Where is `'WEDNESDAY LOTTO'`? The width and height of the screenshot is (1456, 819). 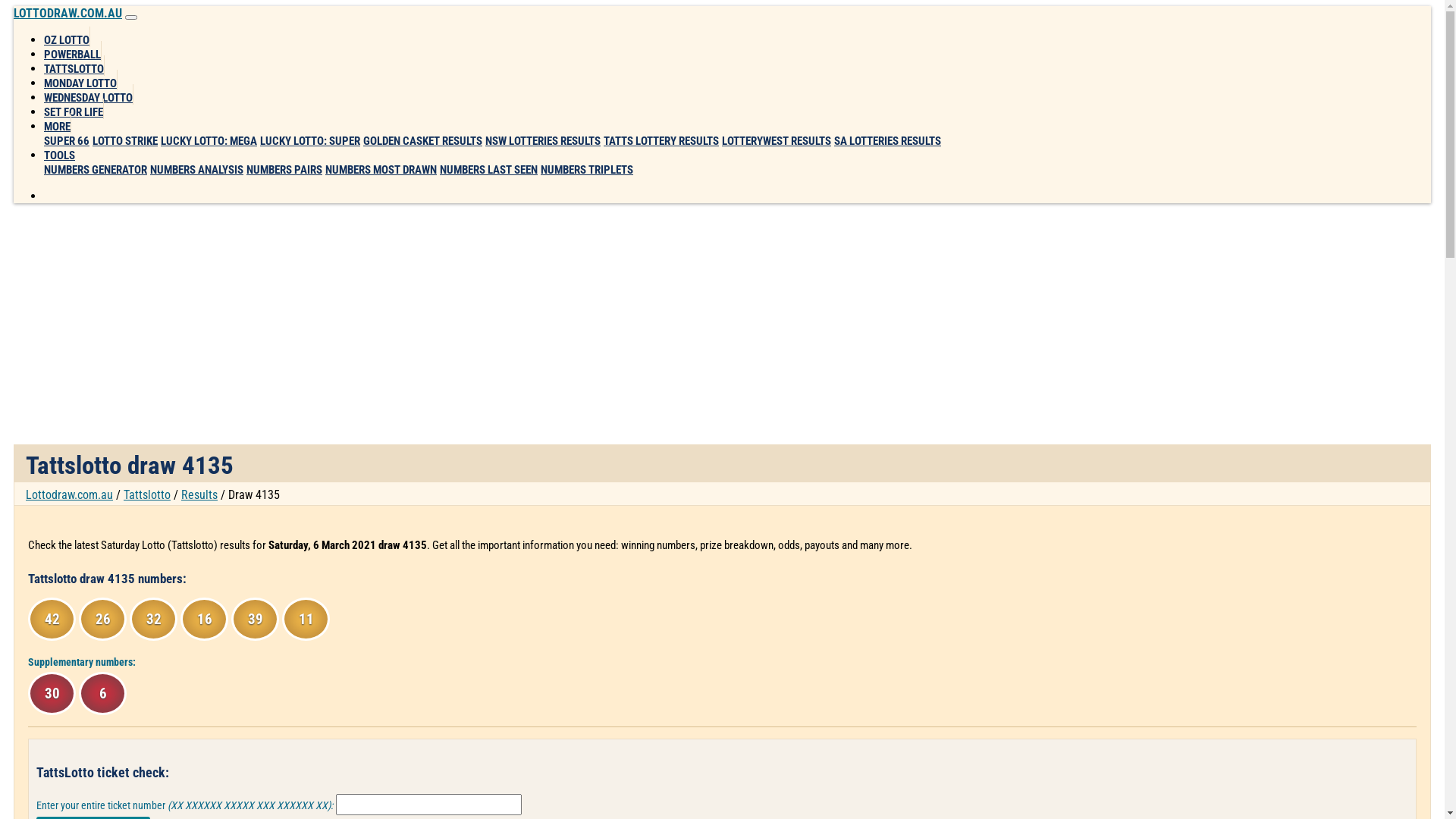
'WEDNESDAY LOTTO' is located at coordinates (87, 94).